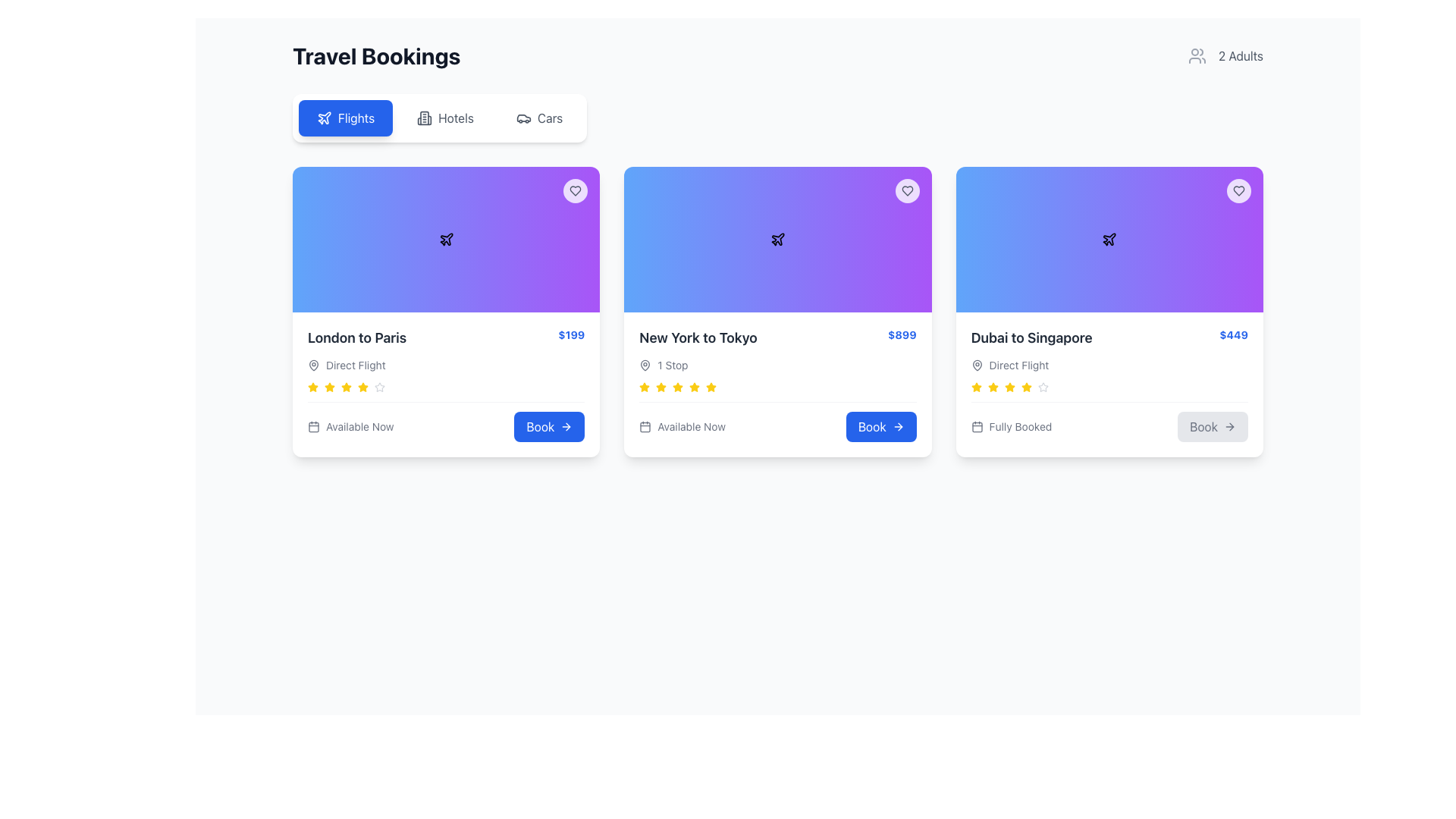  I want to click on the heart icon in the top-right corner of the 'Dubai to Singapore' card, so click(1238, 190).